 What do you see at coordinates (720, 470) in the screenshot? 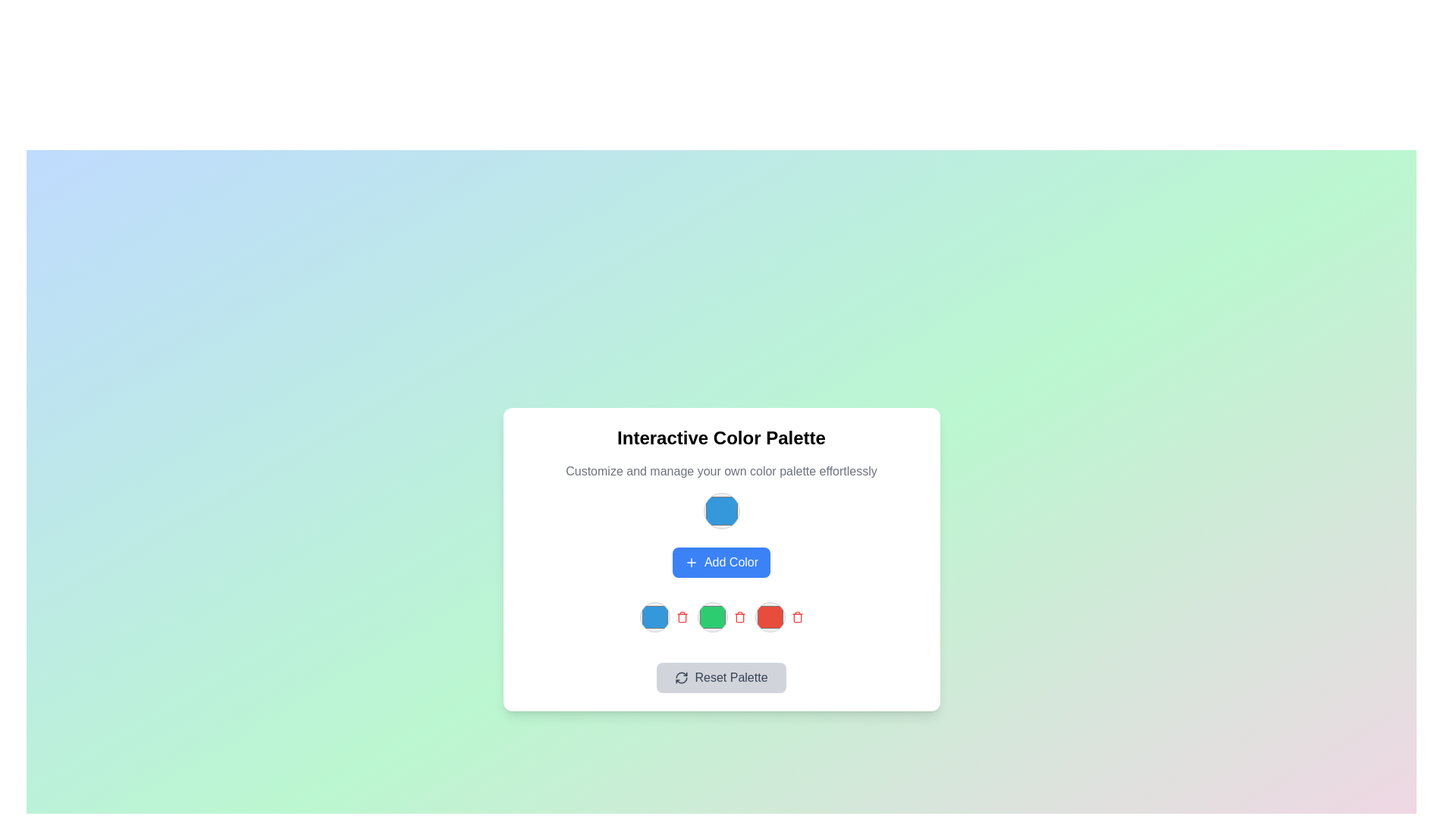
I see `the text label that reads 'Customize and manage your own color palette effortlessly.' which is centrally positioned within a white rounded rectangular card, located below the title 'Interactive Color Palette'` at bounding box center [720, 470].